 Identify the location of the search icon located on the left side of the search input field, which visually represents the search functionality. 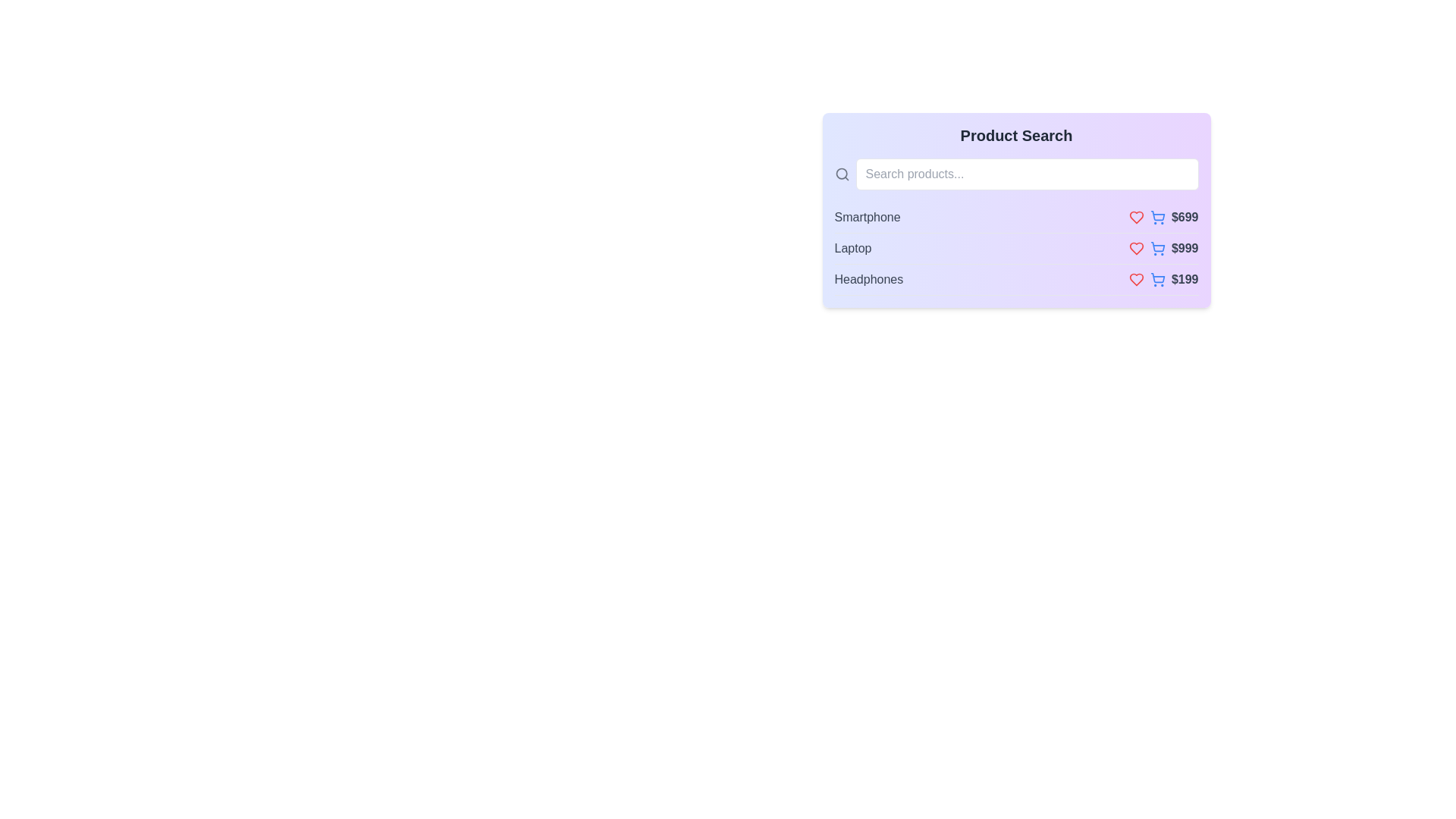
(841, 174).